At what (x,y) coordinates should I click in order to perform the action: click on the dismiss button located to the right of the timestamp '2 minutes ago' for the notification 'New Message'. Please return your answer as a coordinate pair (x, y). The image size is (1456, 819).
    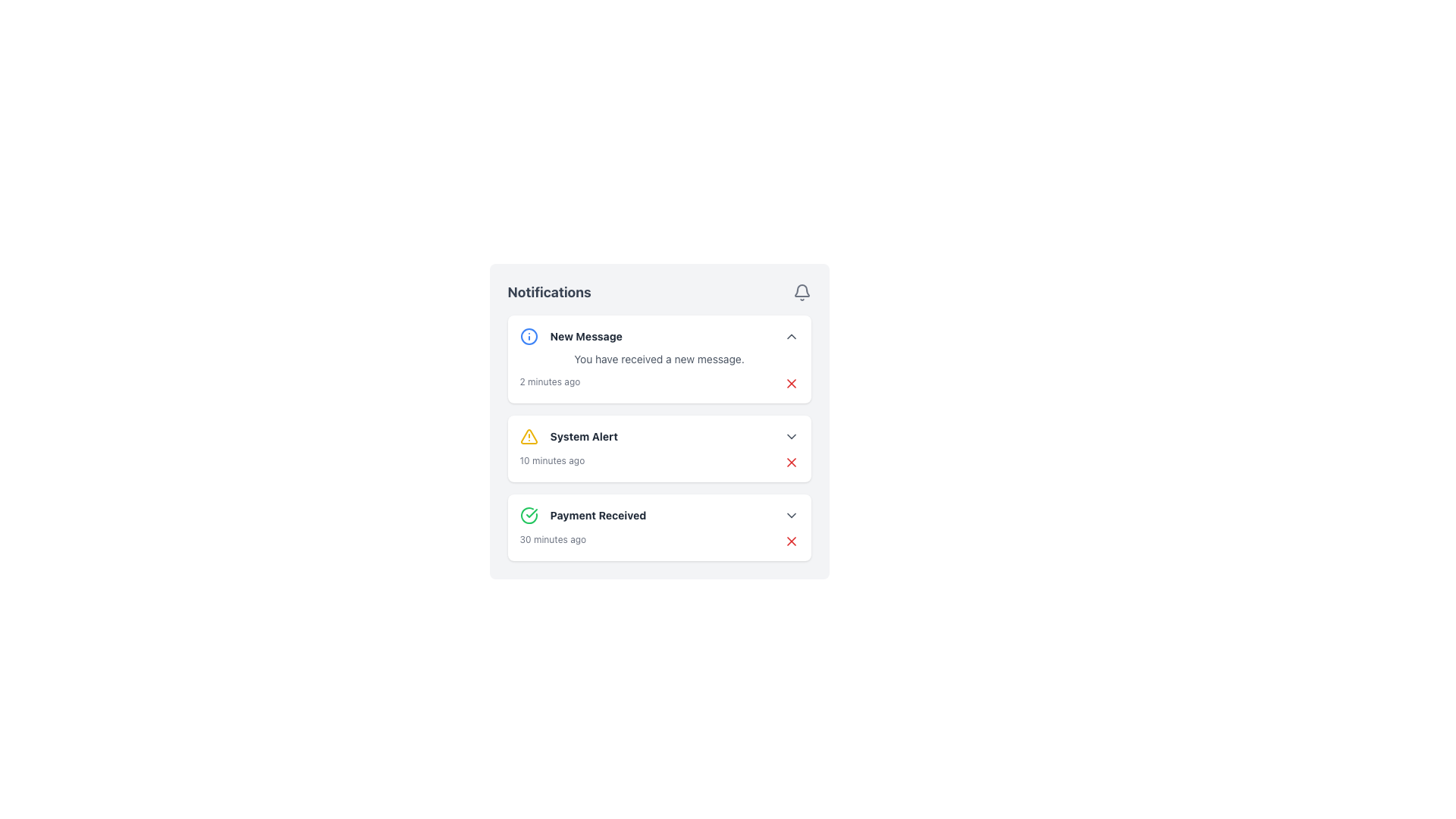
    Looking at the image, I should click on (790, 382).